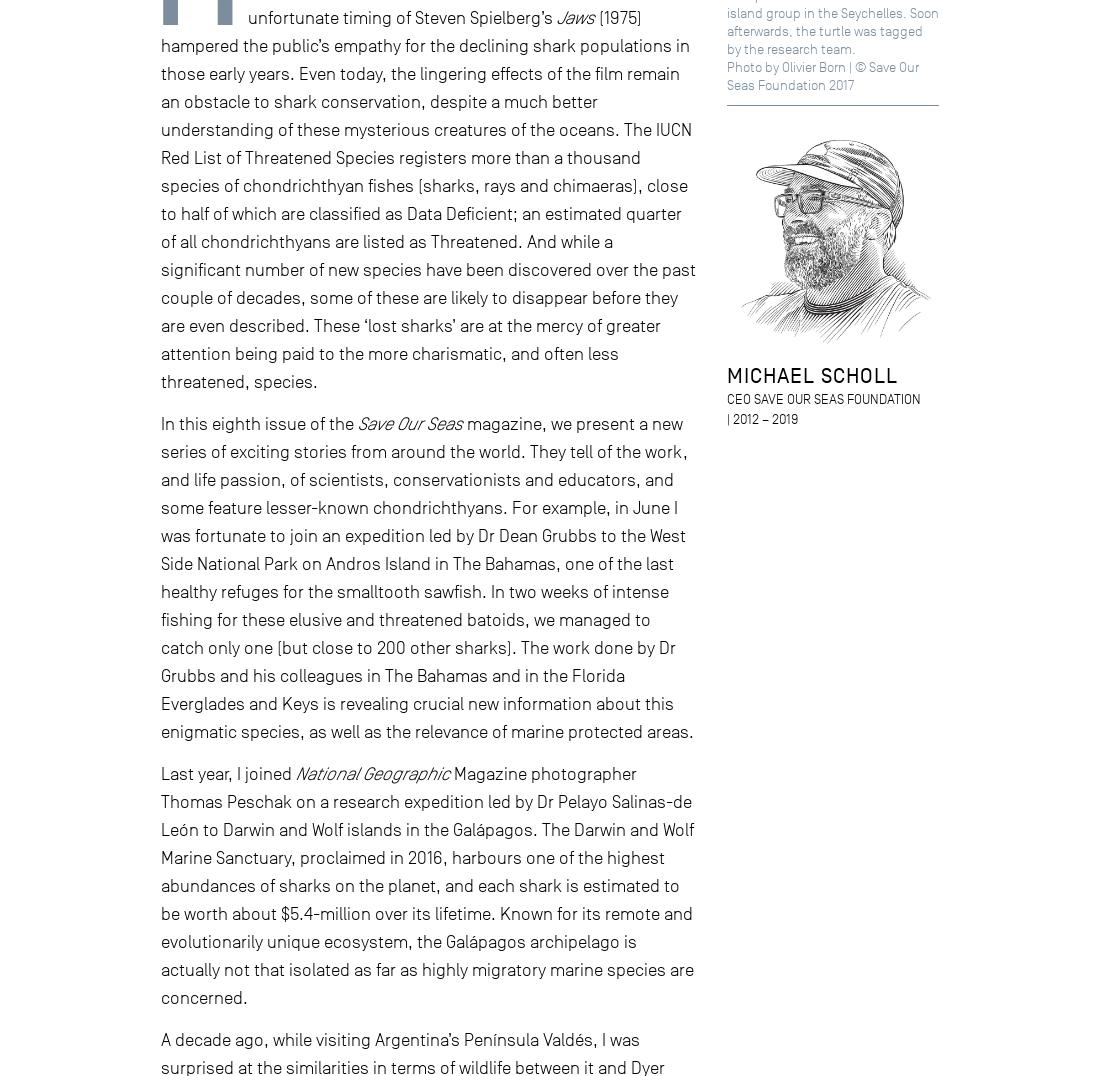  What do you see at coordinates (823, 409) in the screenshot?
I see `'CEO Save Our Seas Foundation | 2012 – 2019'` at bounding box center [823, 409].